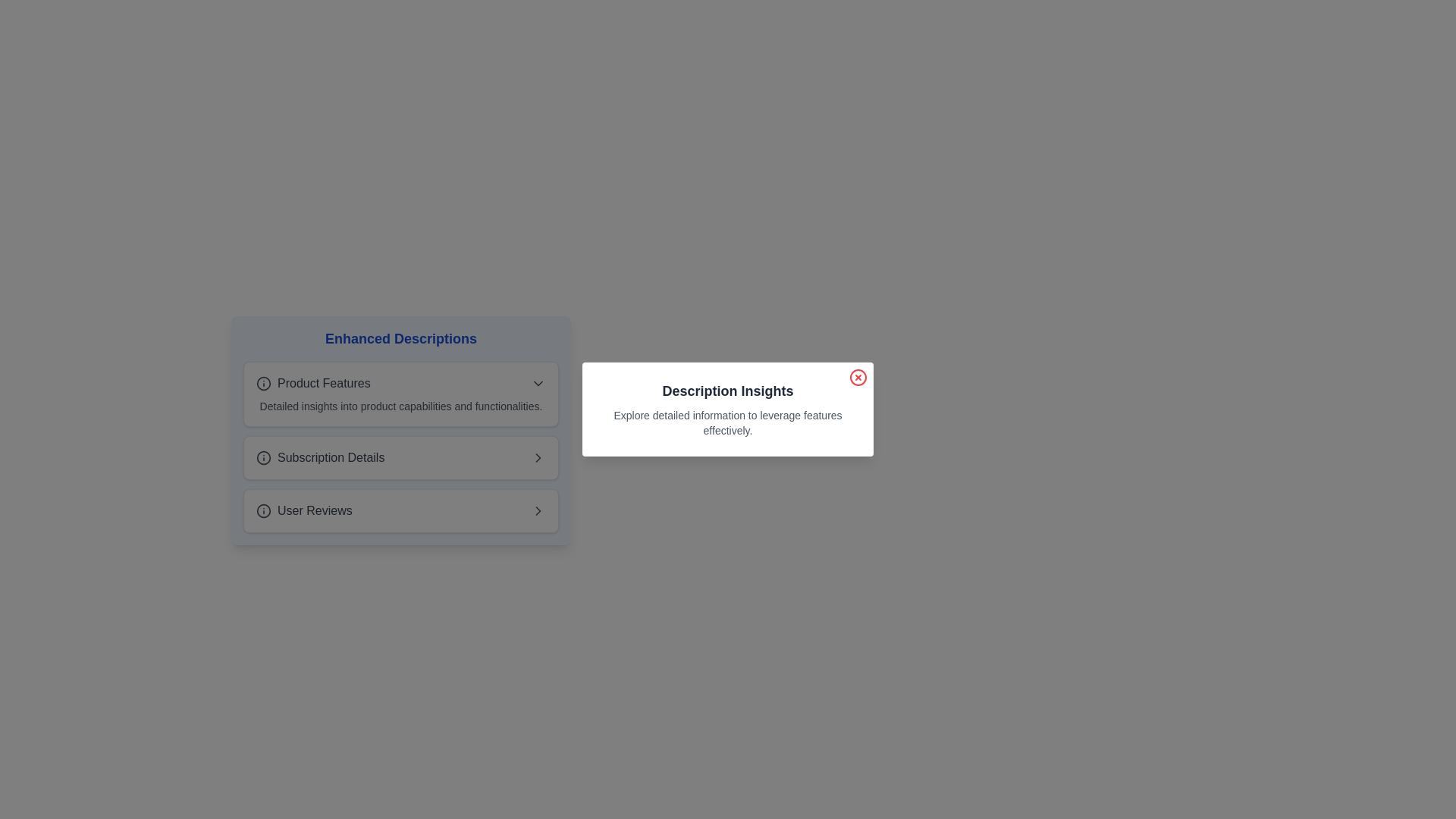 The width and height of the screenshot is (1456, 819). I want to click on text of the 'Subscription Details' label, which is a medium-sized gray text label positioned as the second item beneath the 'Product Features' item, so click(330, 457).